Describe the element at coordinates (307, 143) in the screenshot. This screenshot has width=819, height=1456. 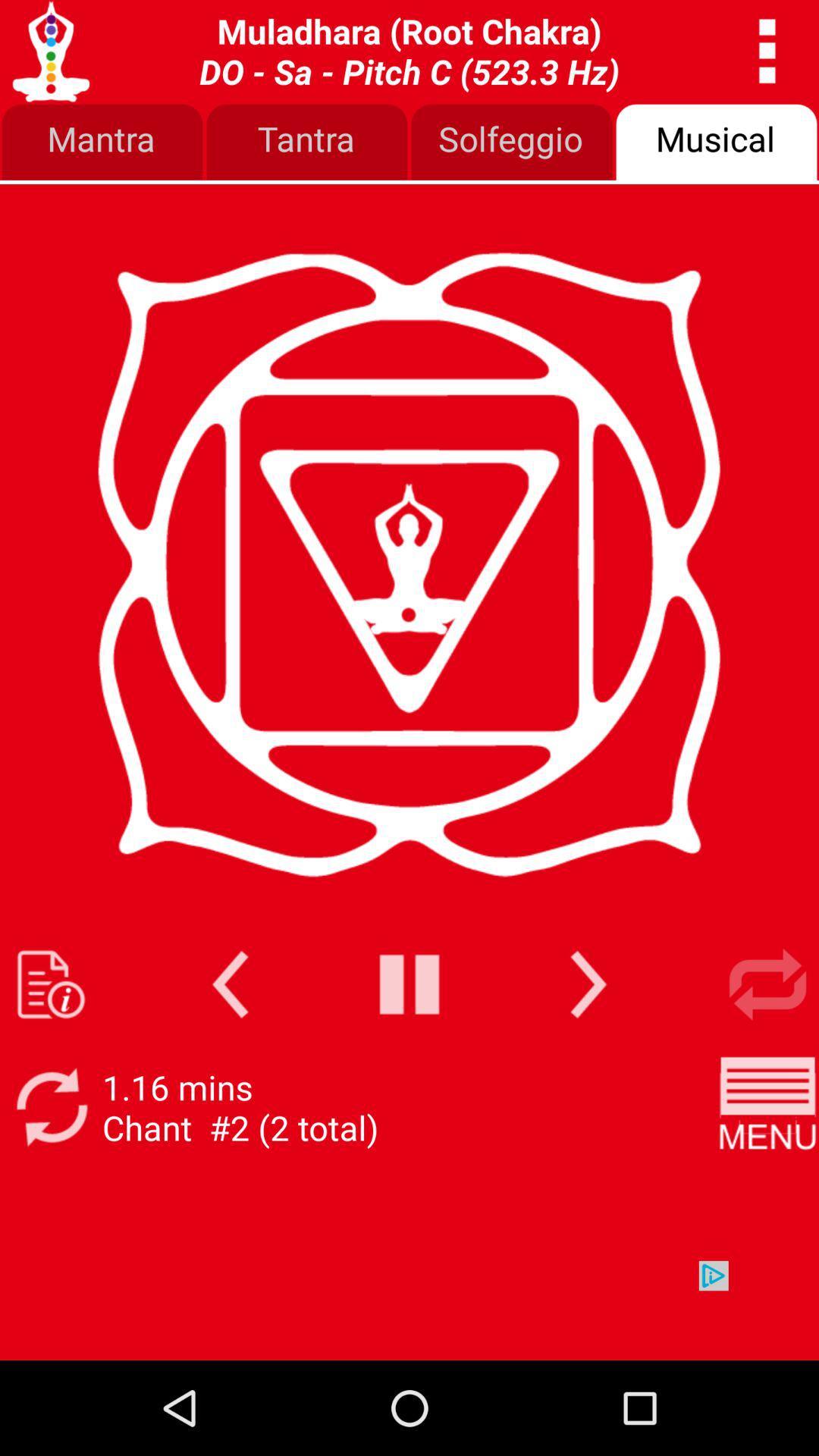
I see `tantra button` at that location.